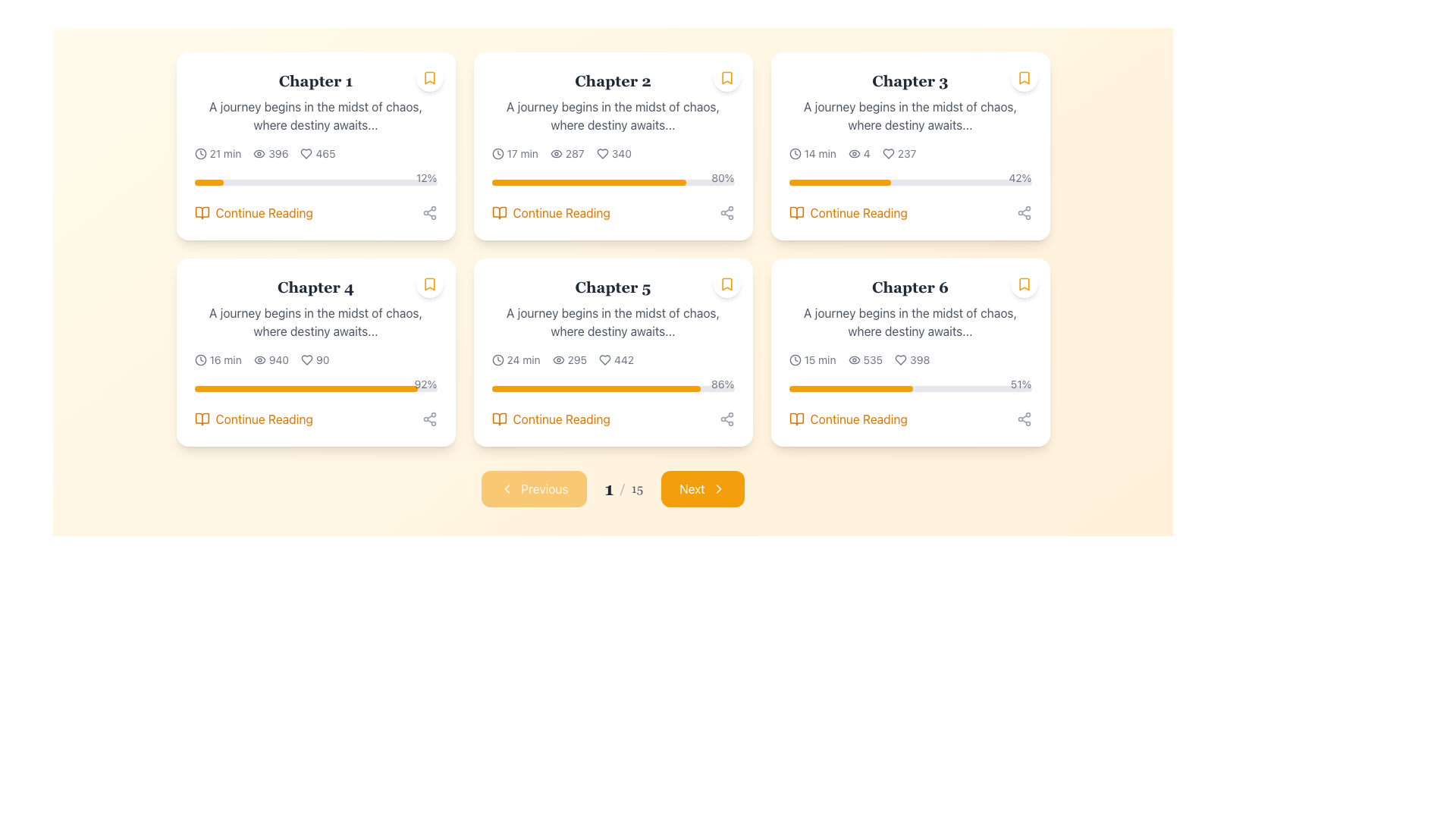 The width and height of the screenshot is (1456, 819). I want to click on the progress on the progress bar located in the 'Chapter 2' card, which is styled with a gray background and an amber filled section representing 80% completion, so click(613, 181).